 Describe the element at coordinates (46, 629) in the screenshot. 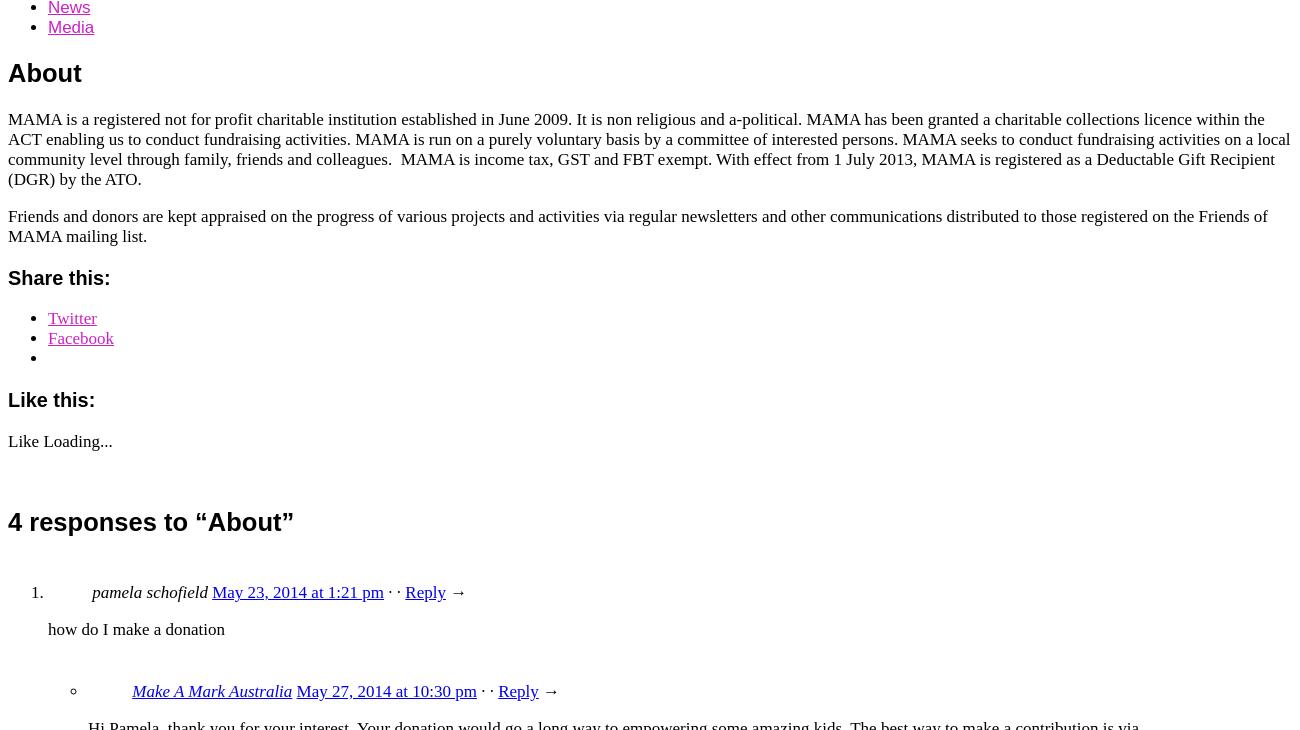

I see `'how do I make a donation'` at that location.